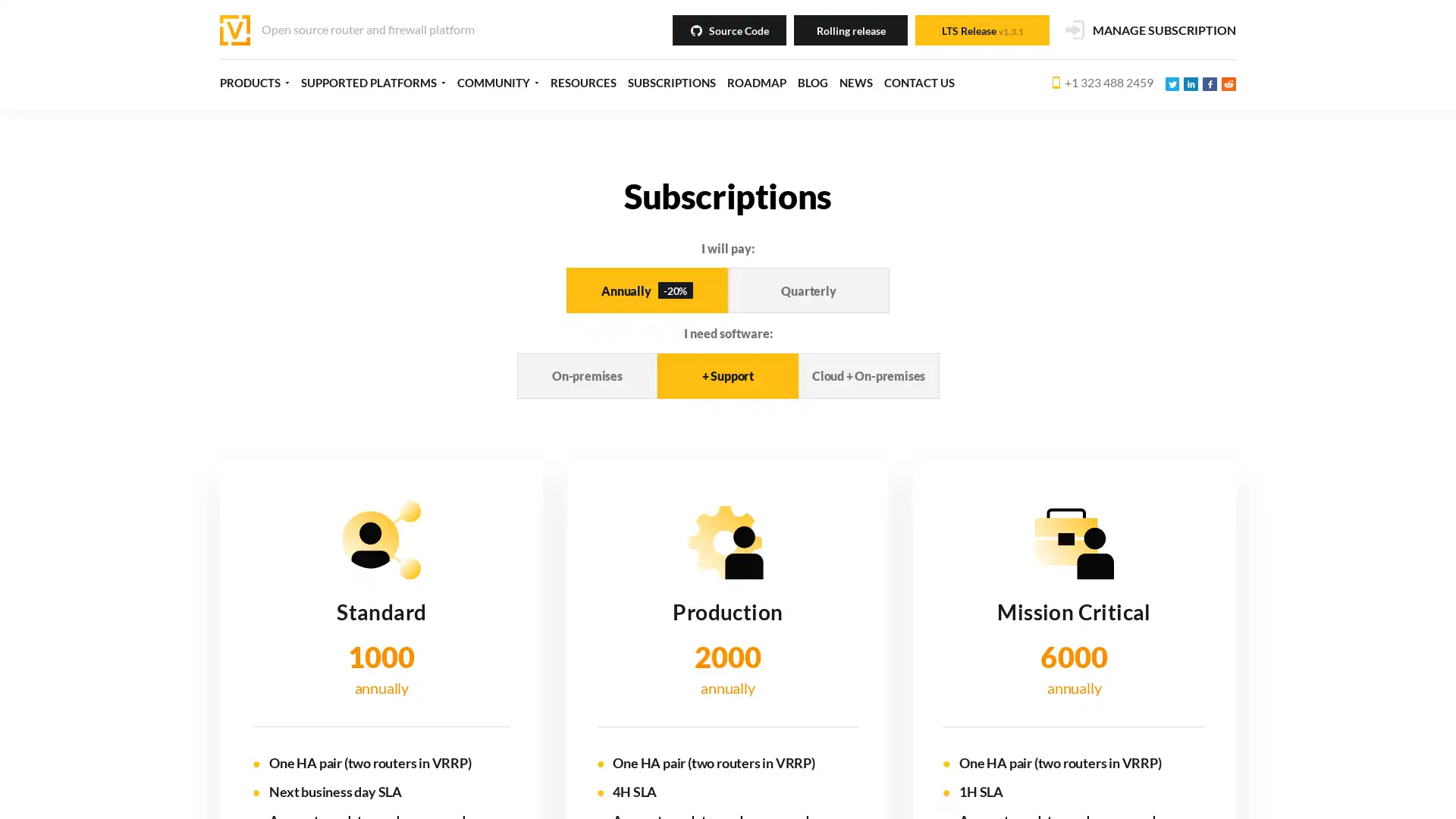 The image size is (1456, 819). Describe the element at coordinates (1003, 783) in the screenshot. I see `Decline` at that location.